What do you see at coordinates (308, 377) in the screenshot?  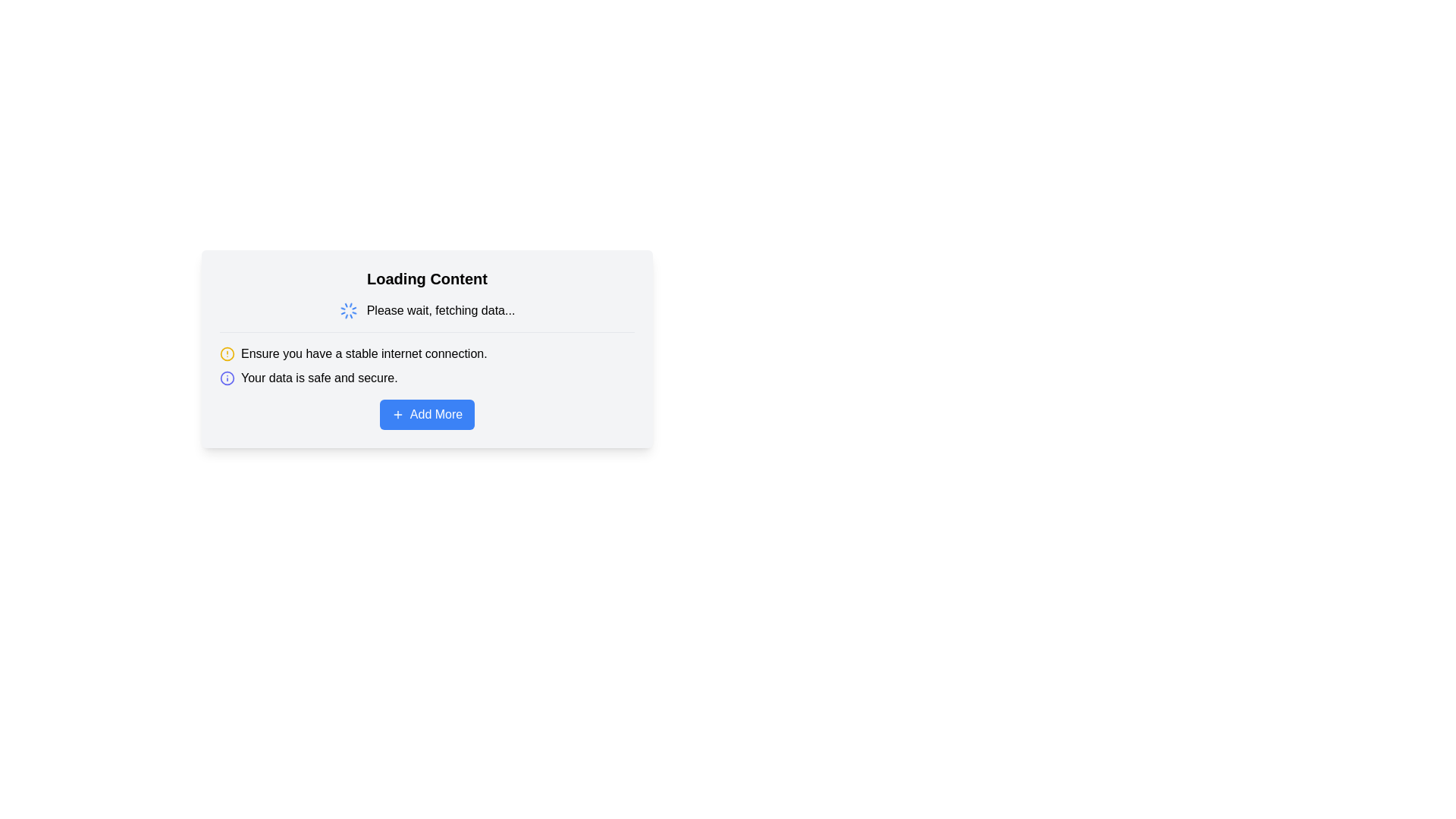 I see `the Text with Icon Component that features a blue 'i' icon and the text 'Your data is safe and secure.' positioned horizontally to the right of the icon` at bounding box center [308, 377].